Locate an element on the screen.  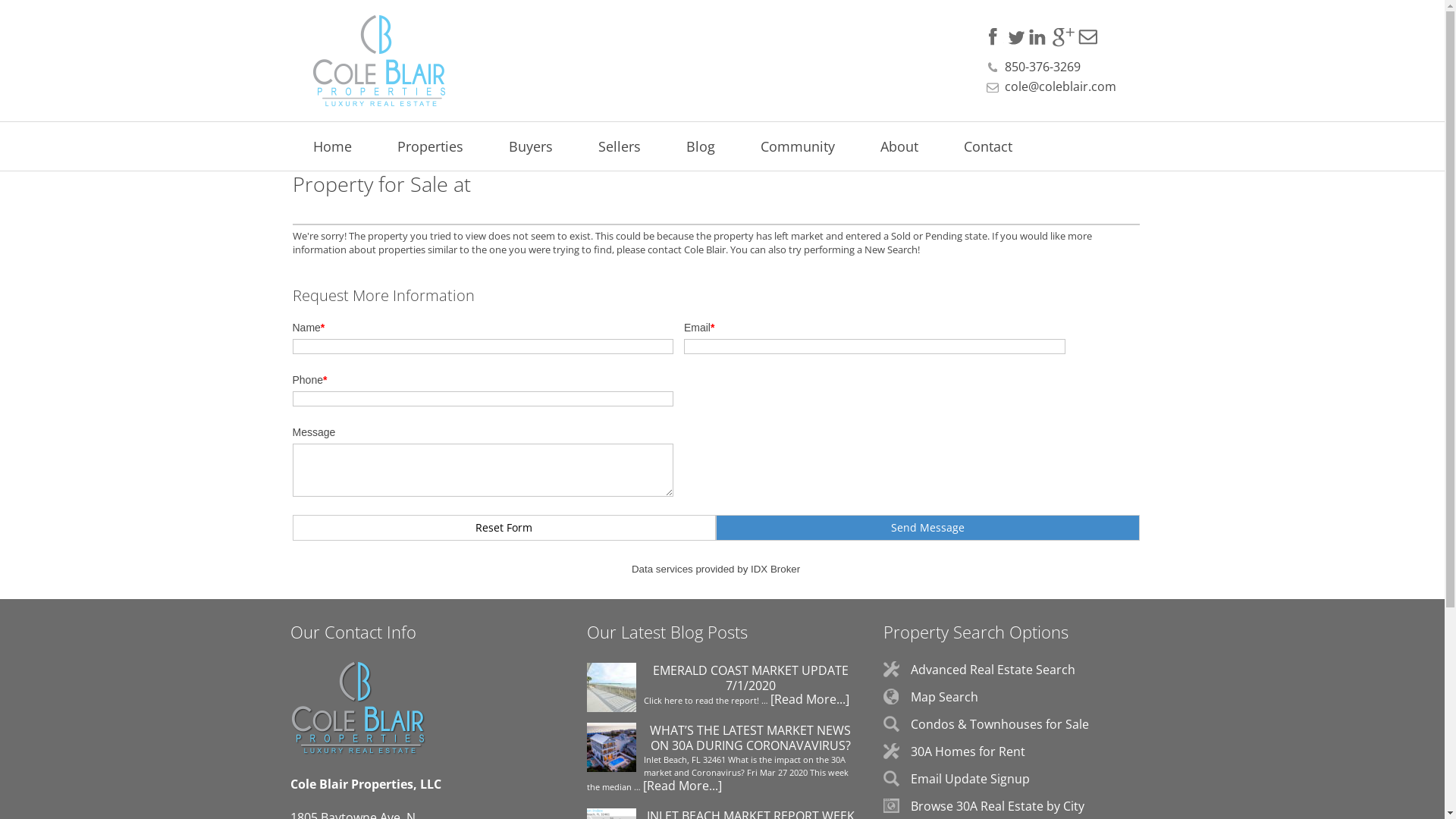
'[Read More...]' is located at coordinates (682, 785).